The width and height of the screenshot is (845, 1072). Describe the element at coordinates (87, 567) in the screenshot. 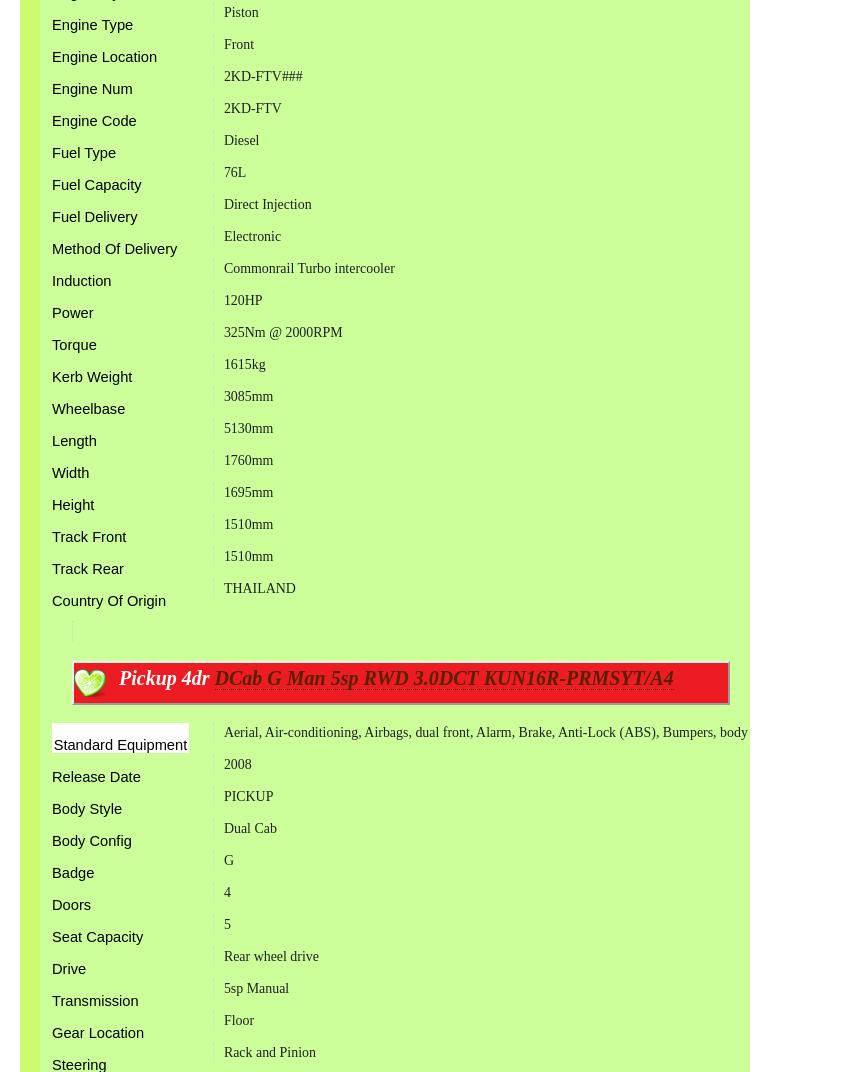

I see `'Track Rear'` at that location.